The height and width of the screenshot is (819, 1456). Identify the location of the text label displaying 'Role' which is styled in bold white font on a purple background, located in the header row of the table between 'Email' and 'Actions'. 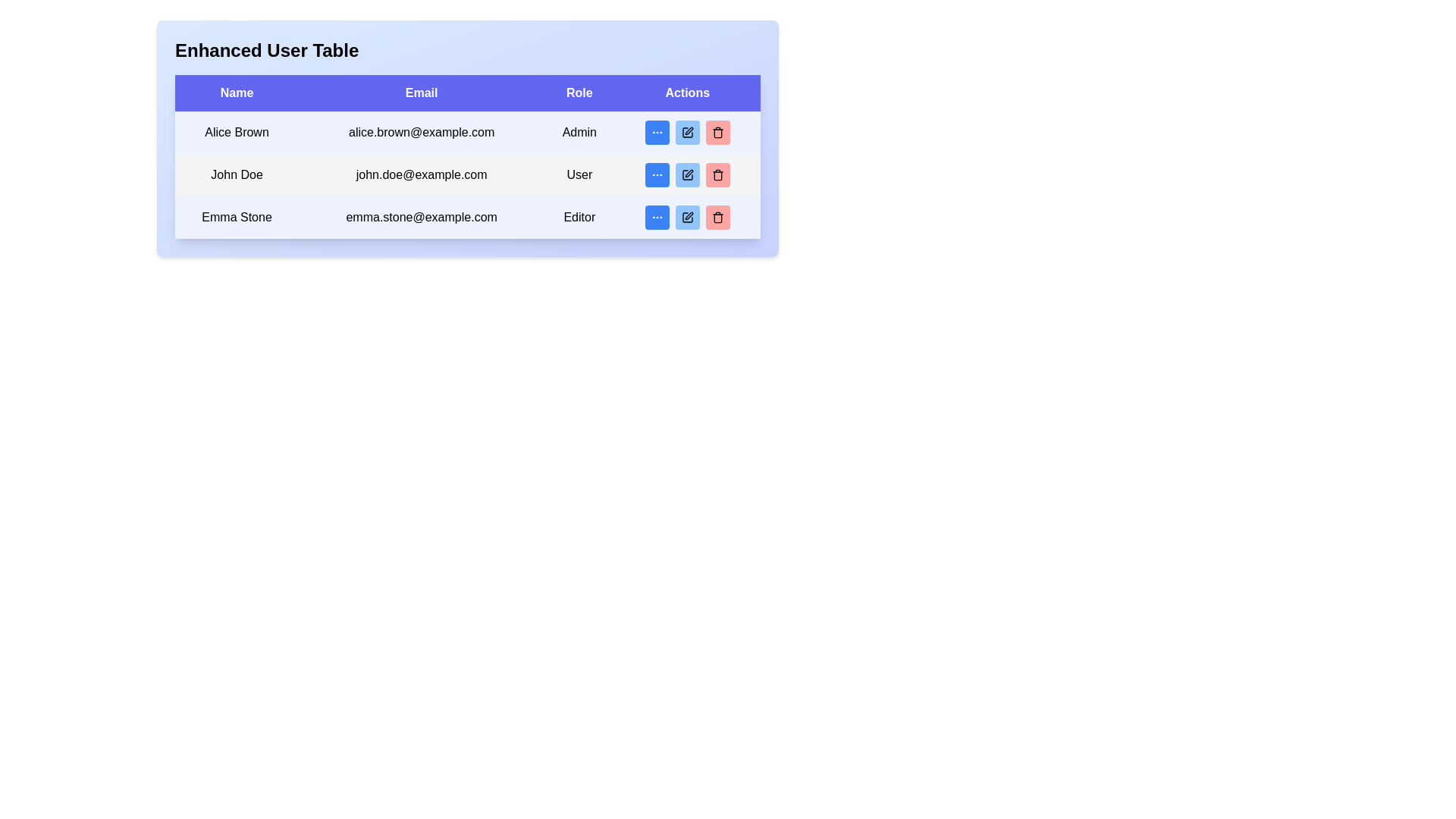
(579, 93).